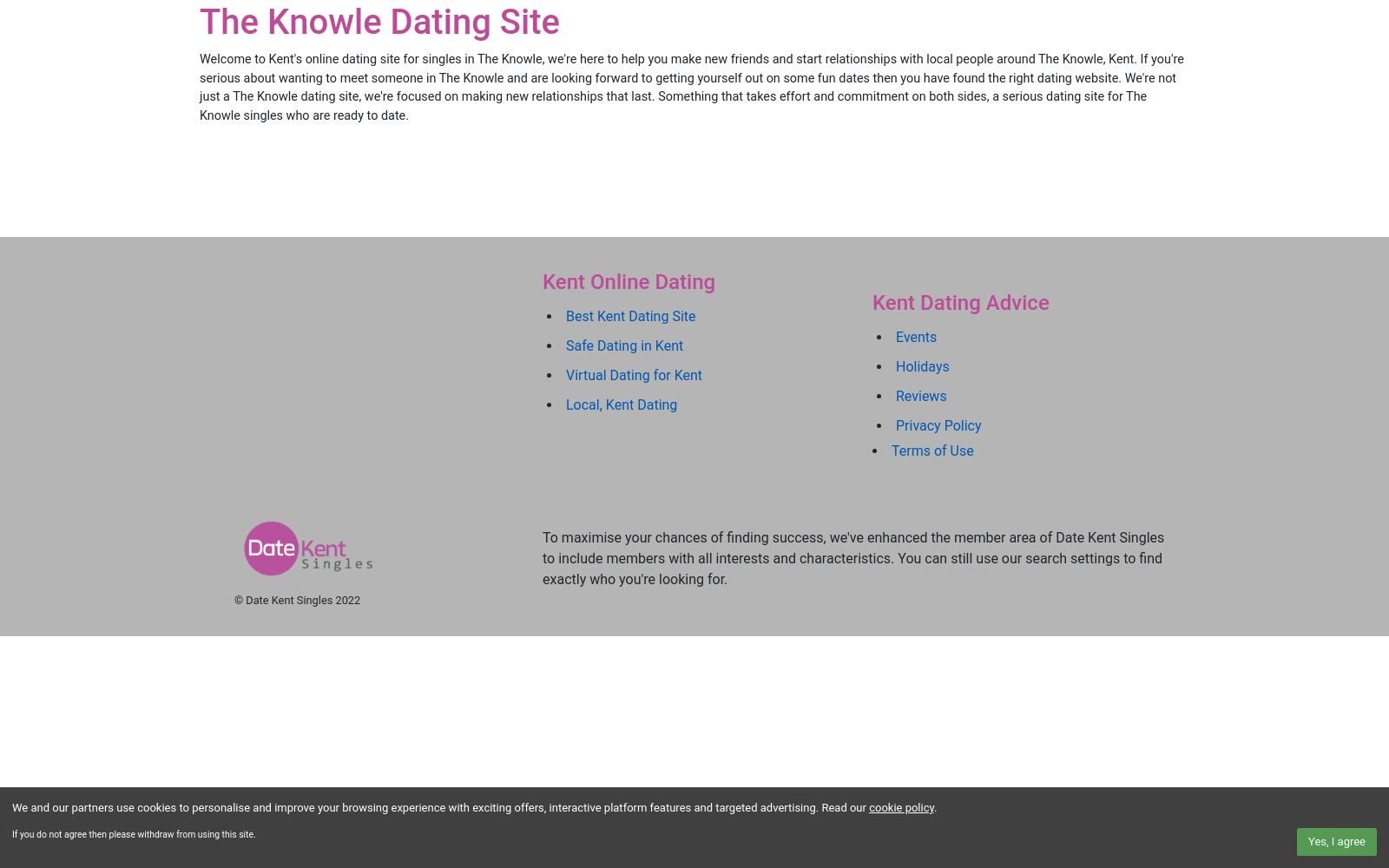  Describe the element at coordinates (629, 281) in the screenshot. I see `'Kent Online Dating'` at that location.